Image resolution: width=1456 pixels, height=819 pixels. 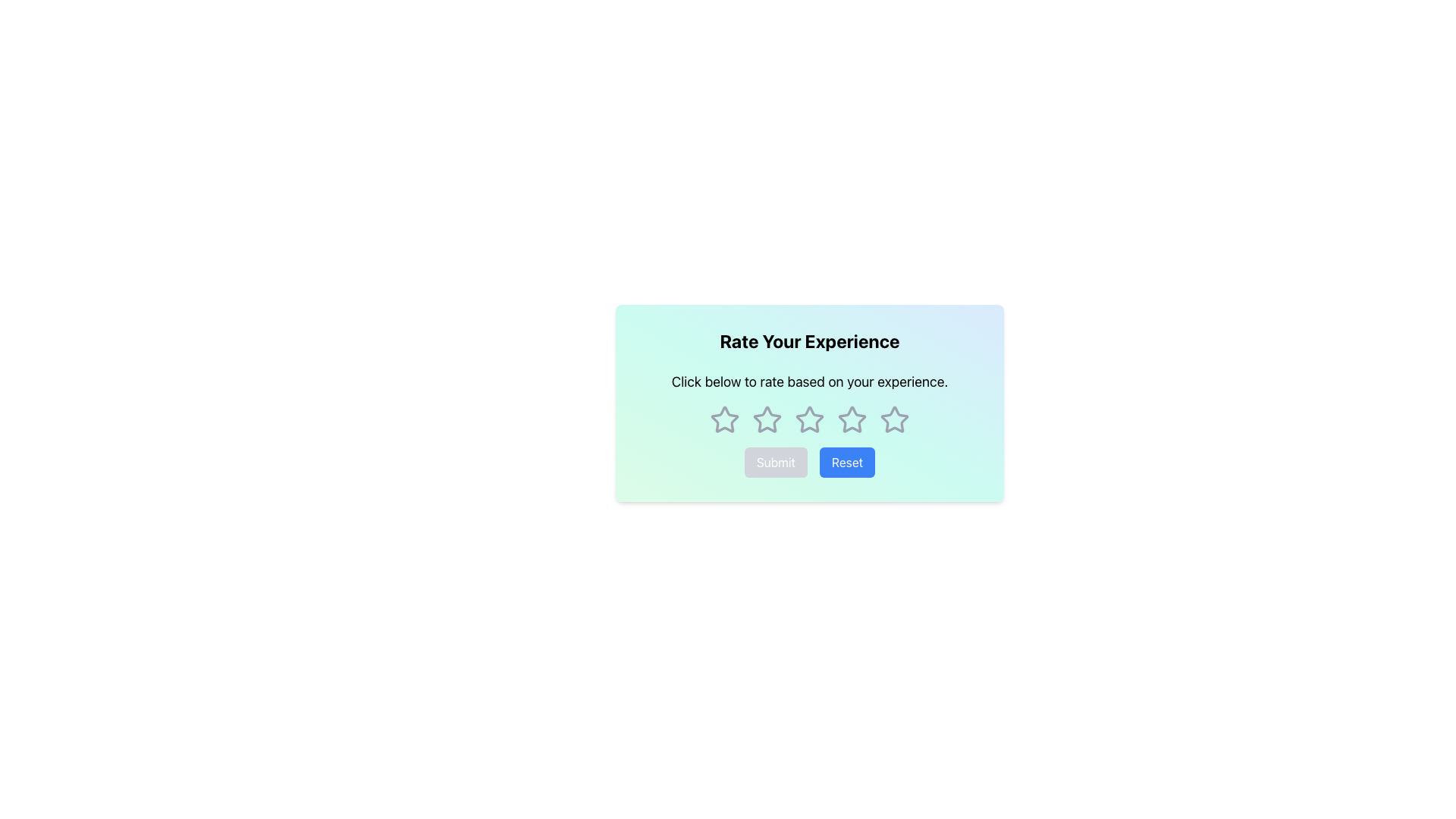 What do you see at coordinates (852, 419) in the screenshot?
I see `the fourth star icon` at bounding box center [852, 419].